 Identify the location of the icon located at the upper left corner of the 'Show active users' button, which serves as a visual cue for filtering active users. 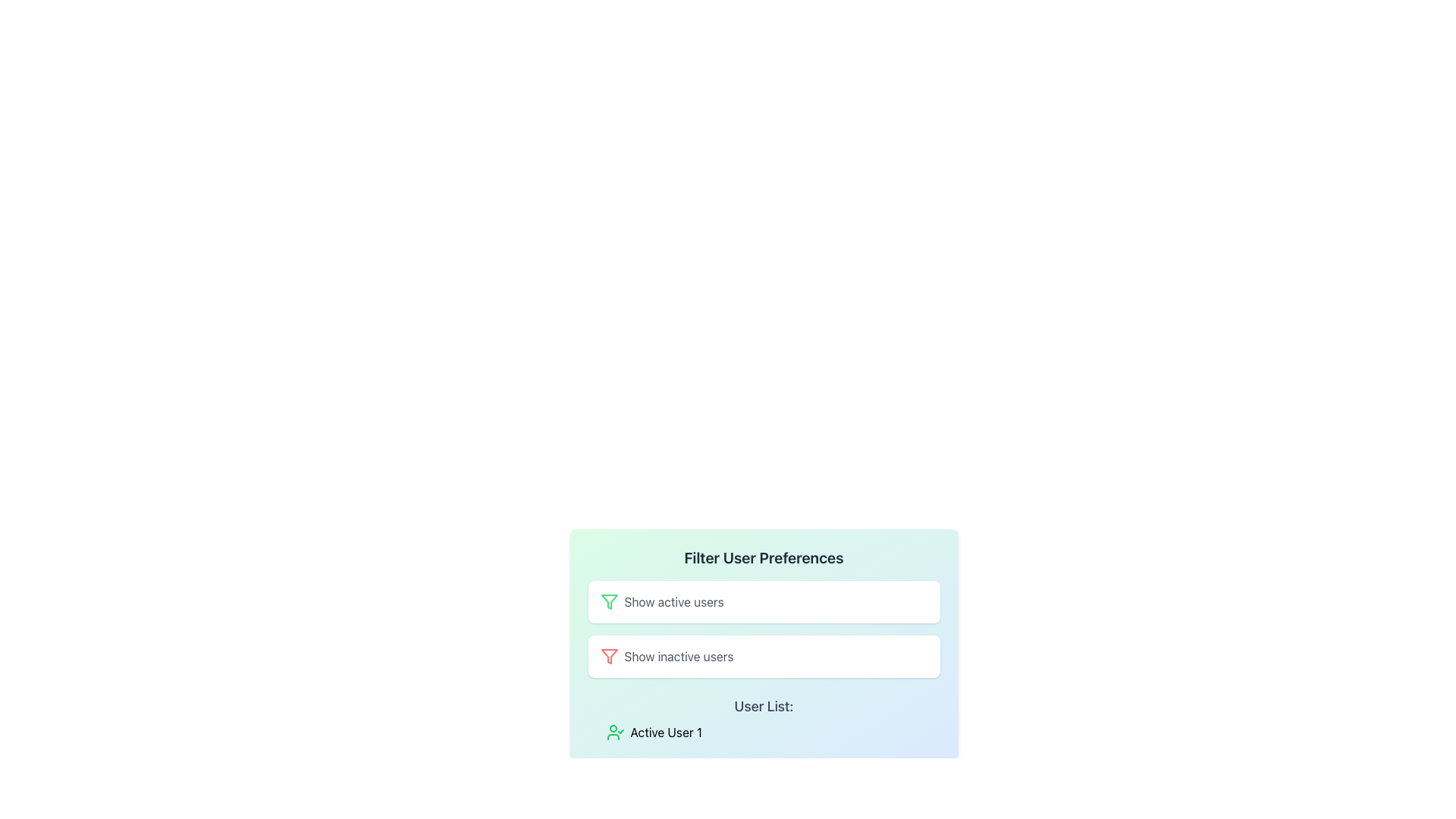
(609, 656).